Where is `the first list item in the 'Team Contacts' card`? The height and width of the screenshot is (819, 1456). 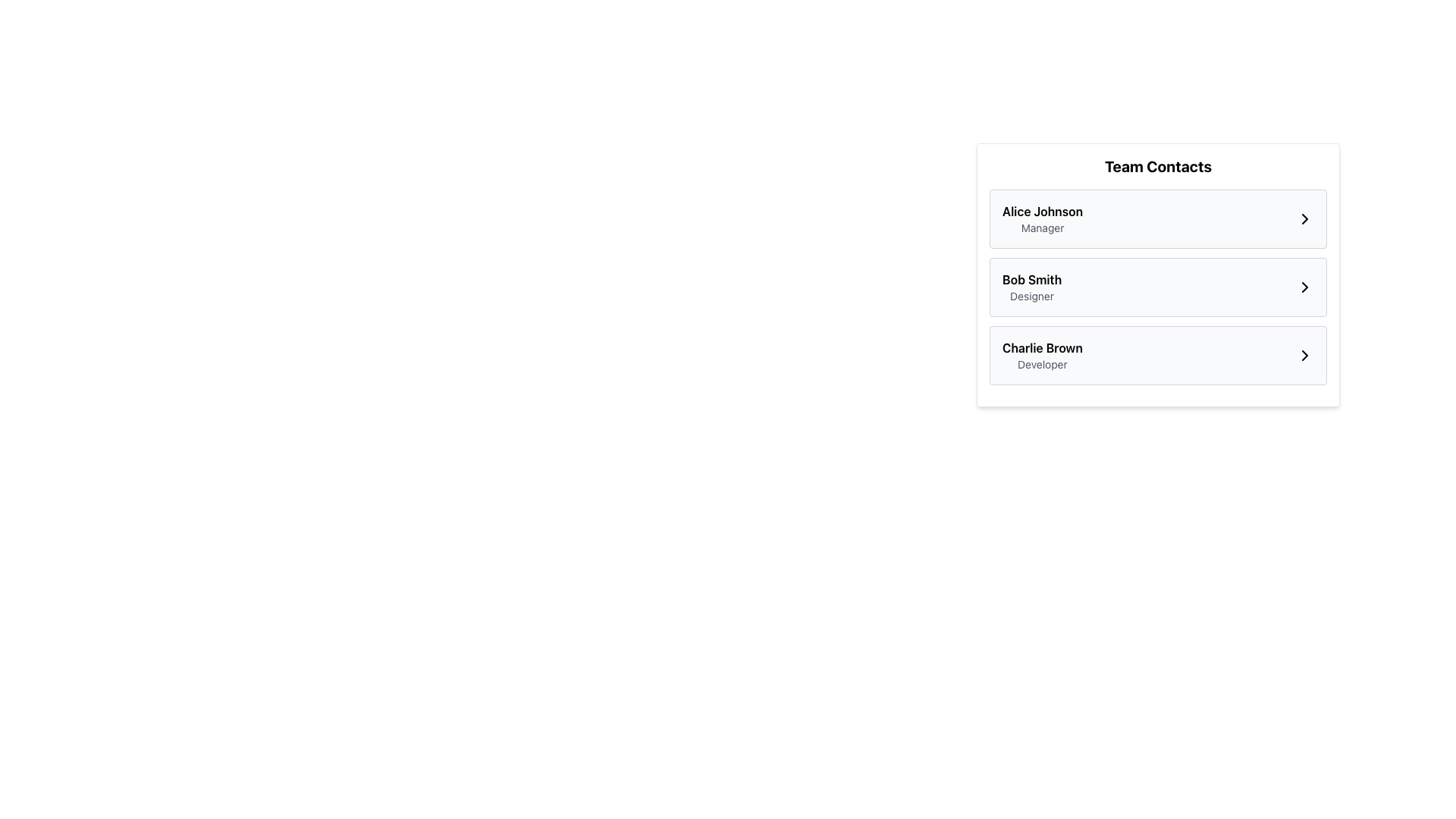
the first list item in the 'Team Contacts' card is located at coordinates (1157, 219).